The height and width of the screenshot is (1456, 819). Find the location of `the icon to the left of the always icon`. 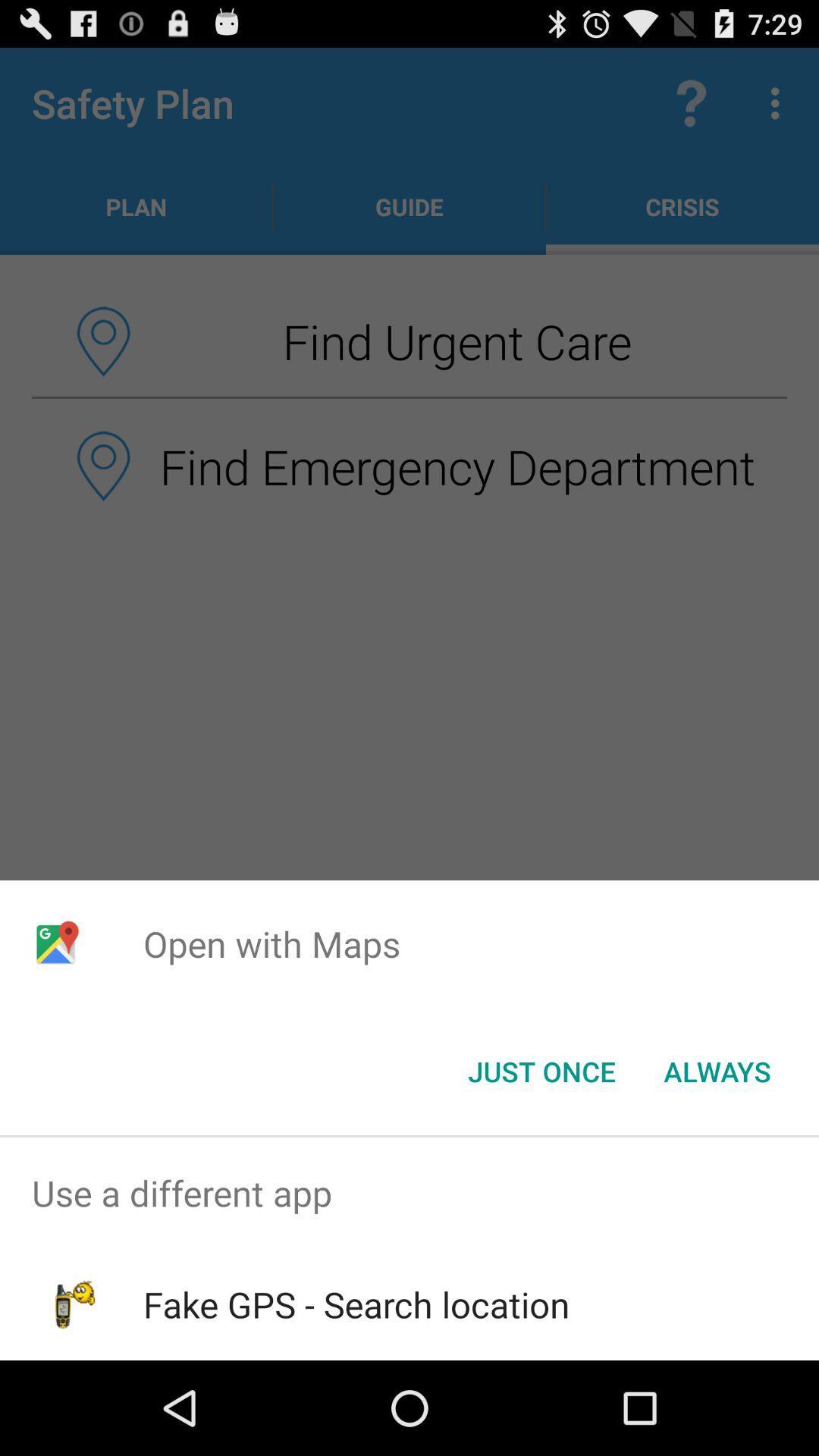

the icon to the left of the always icon is located at coordinates (541, 1070).